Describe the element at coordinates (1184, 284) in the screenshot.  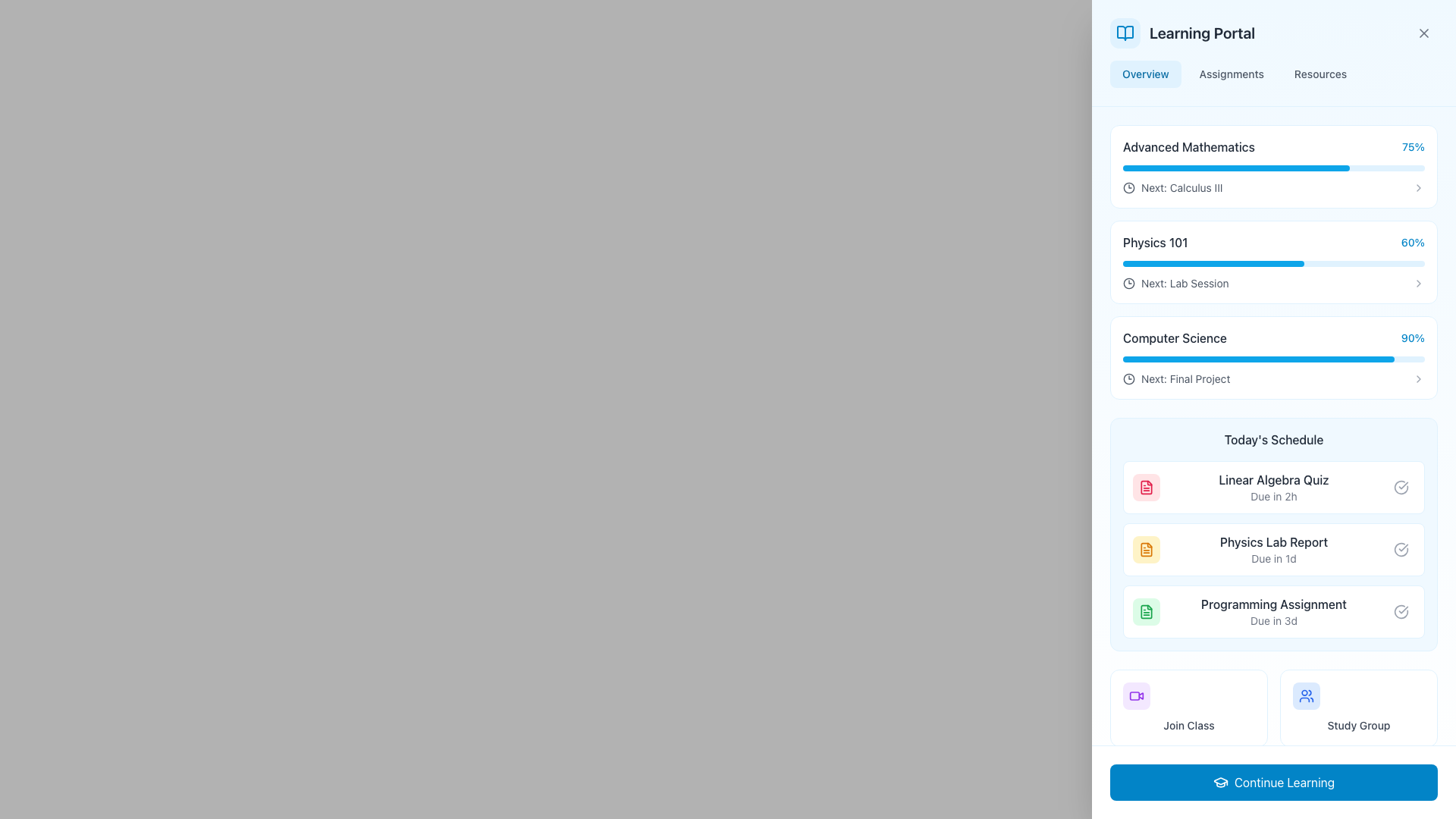
I see `the non-interactive text label indicating the next activity for the 'Physics 101' course, located in the right-hand sidebar below the '60%' progress bar` at that location.